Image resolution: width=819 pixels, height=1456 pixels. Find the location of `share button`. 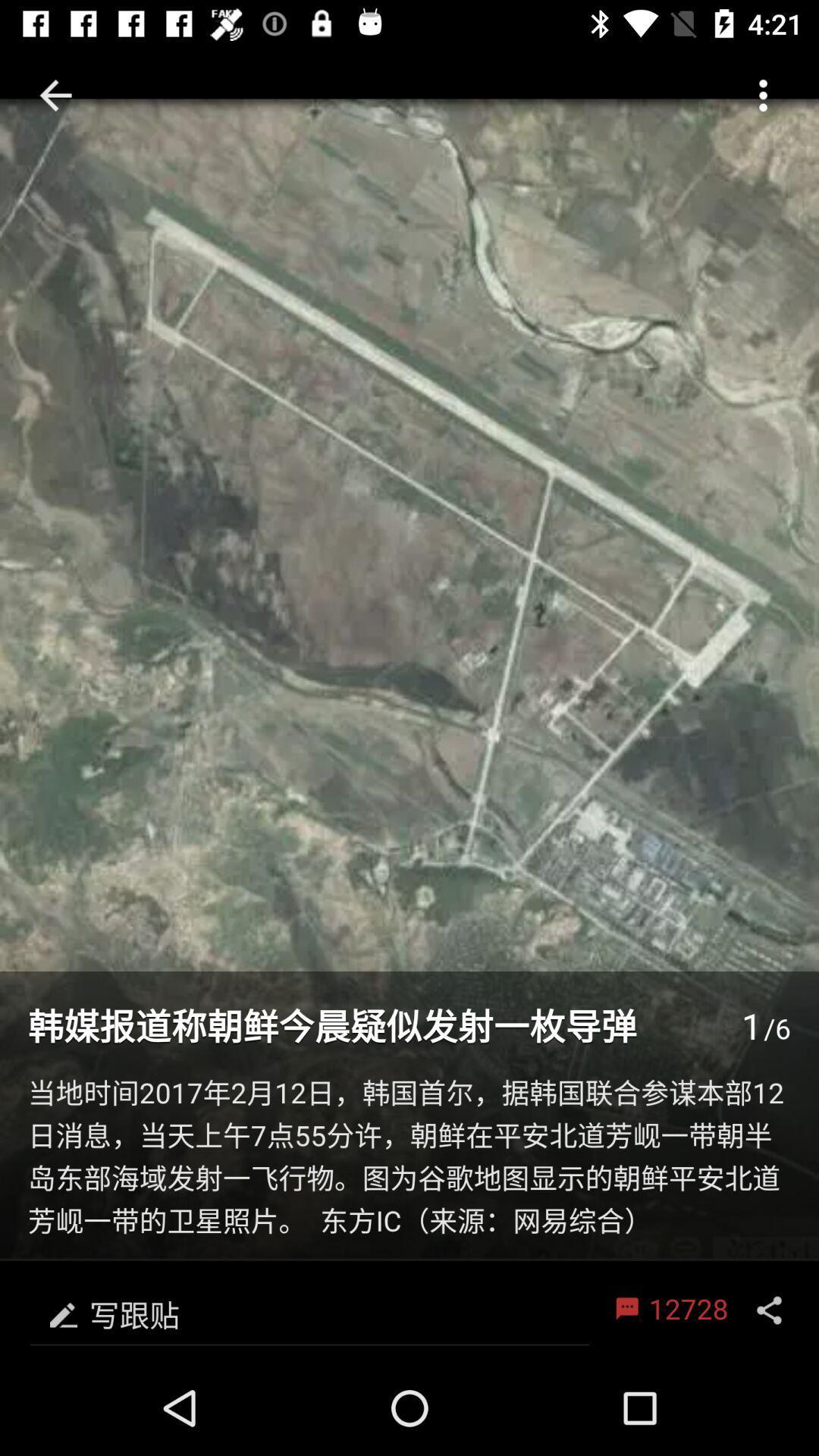

share button is located at coordinates (769, 1310).